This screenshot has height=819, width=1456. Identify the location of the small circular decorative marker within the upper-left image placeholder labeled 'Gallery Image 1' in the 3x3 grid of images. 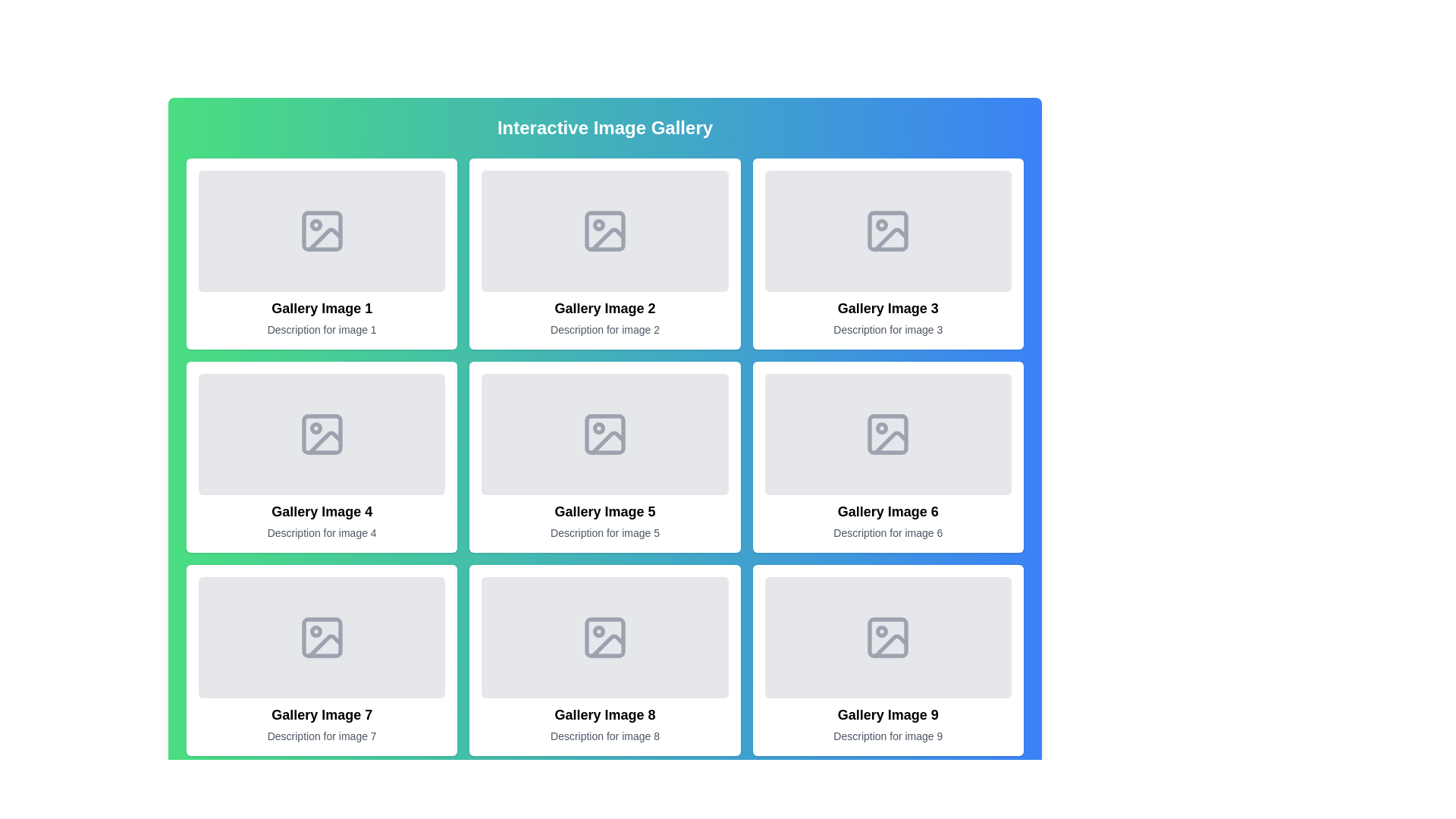
(315, 225).